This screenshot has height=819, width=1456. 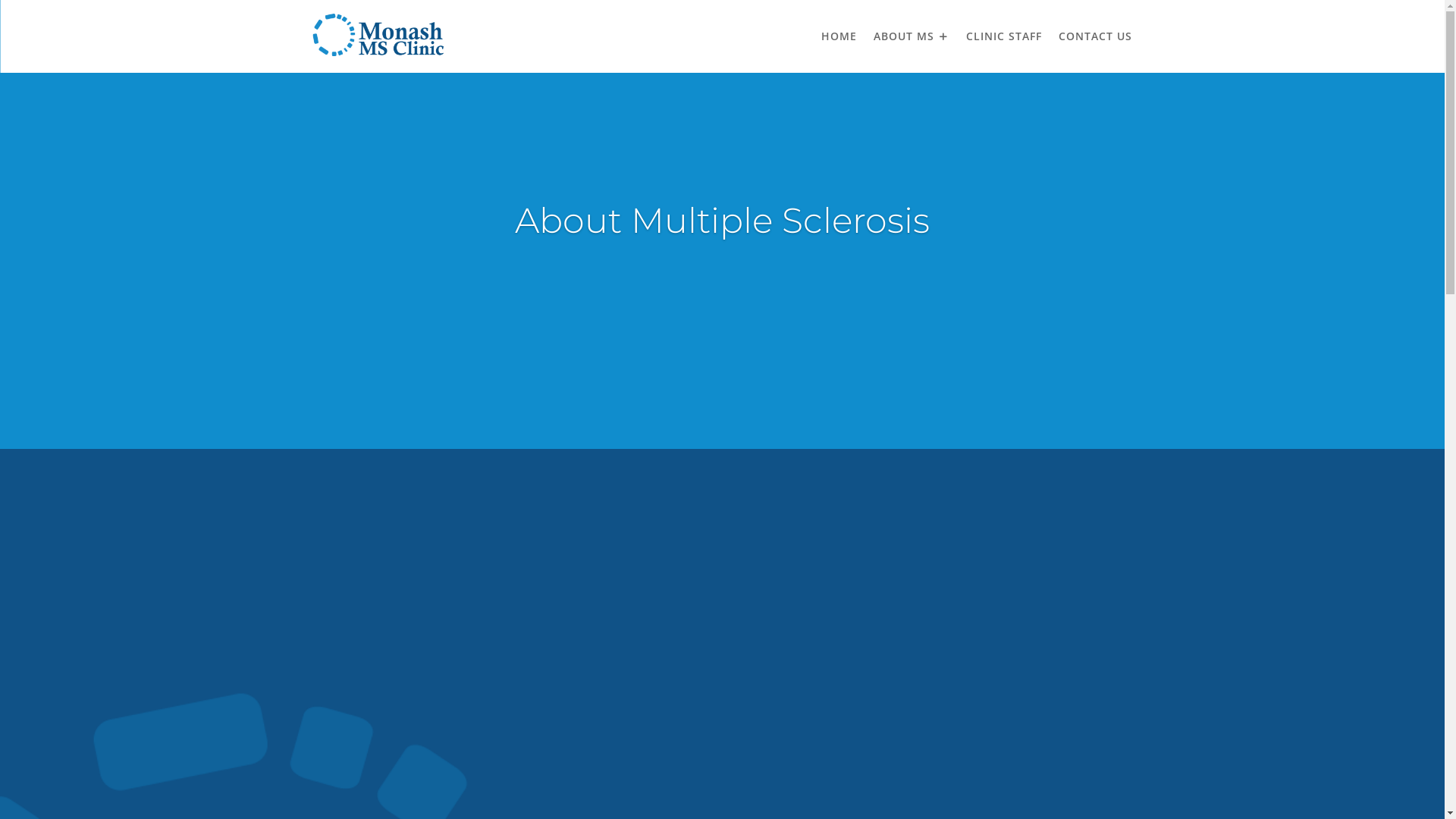 What do you see at coordinates (837, 35) in the screenshot?
I see `'HOME'` at bounding box center [837, 35].